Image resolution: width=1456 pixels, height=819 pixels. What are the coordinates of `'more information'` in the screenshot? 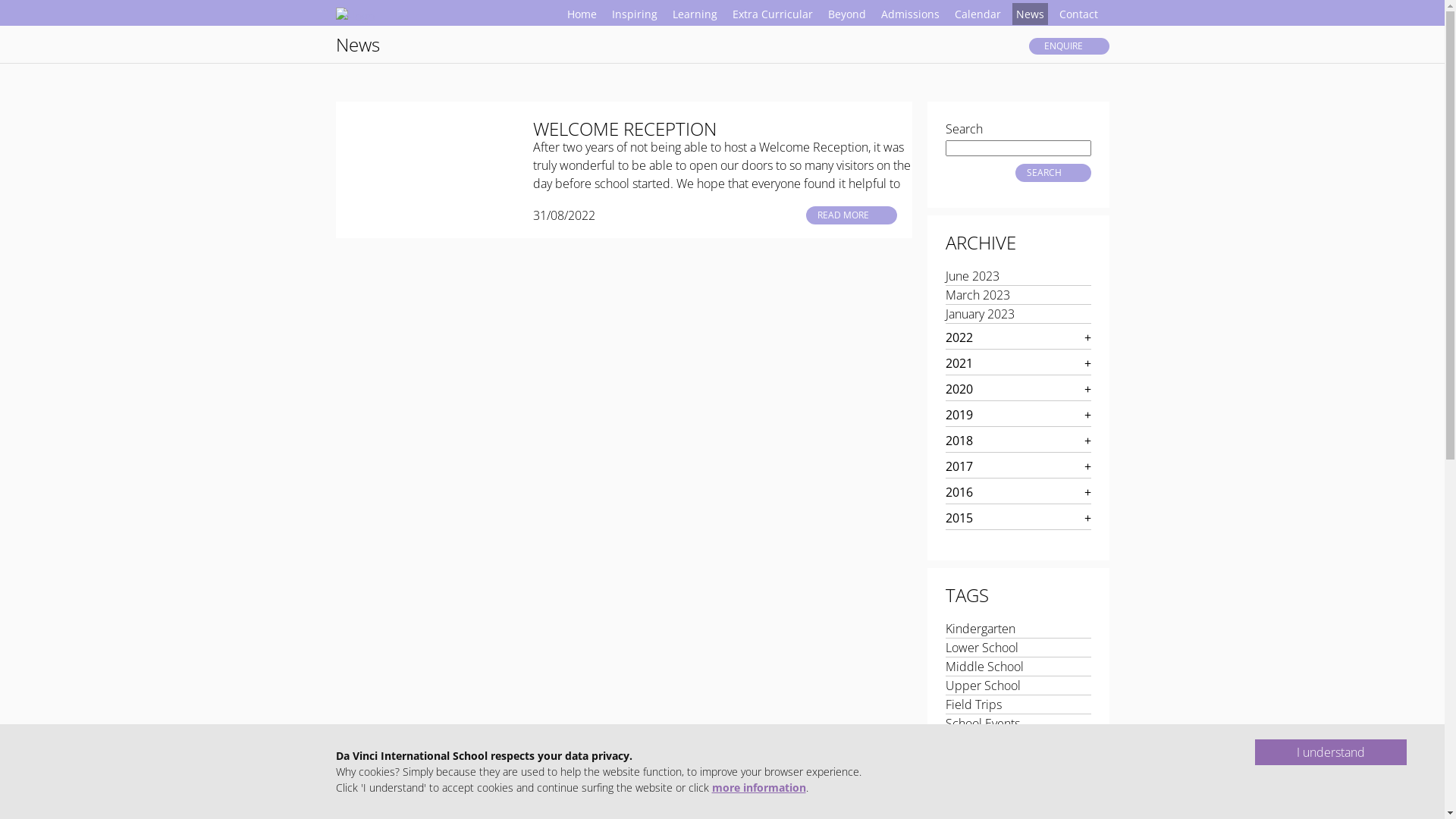 It's located at (758, 786).